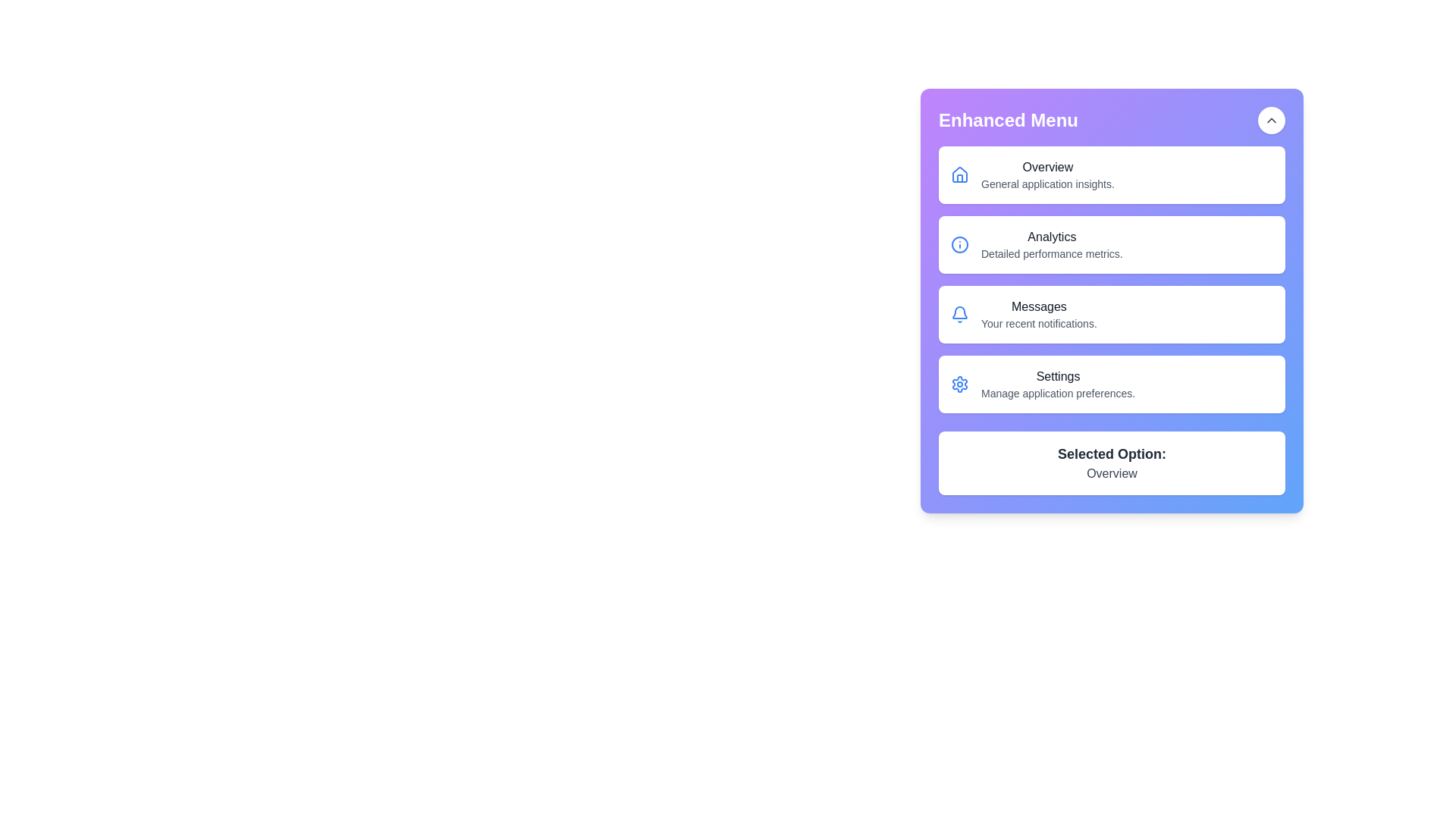  I want to click on the 'Overview' menu item with the description 'General application insights.', so click(1047, 174).